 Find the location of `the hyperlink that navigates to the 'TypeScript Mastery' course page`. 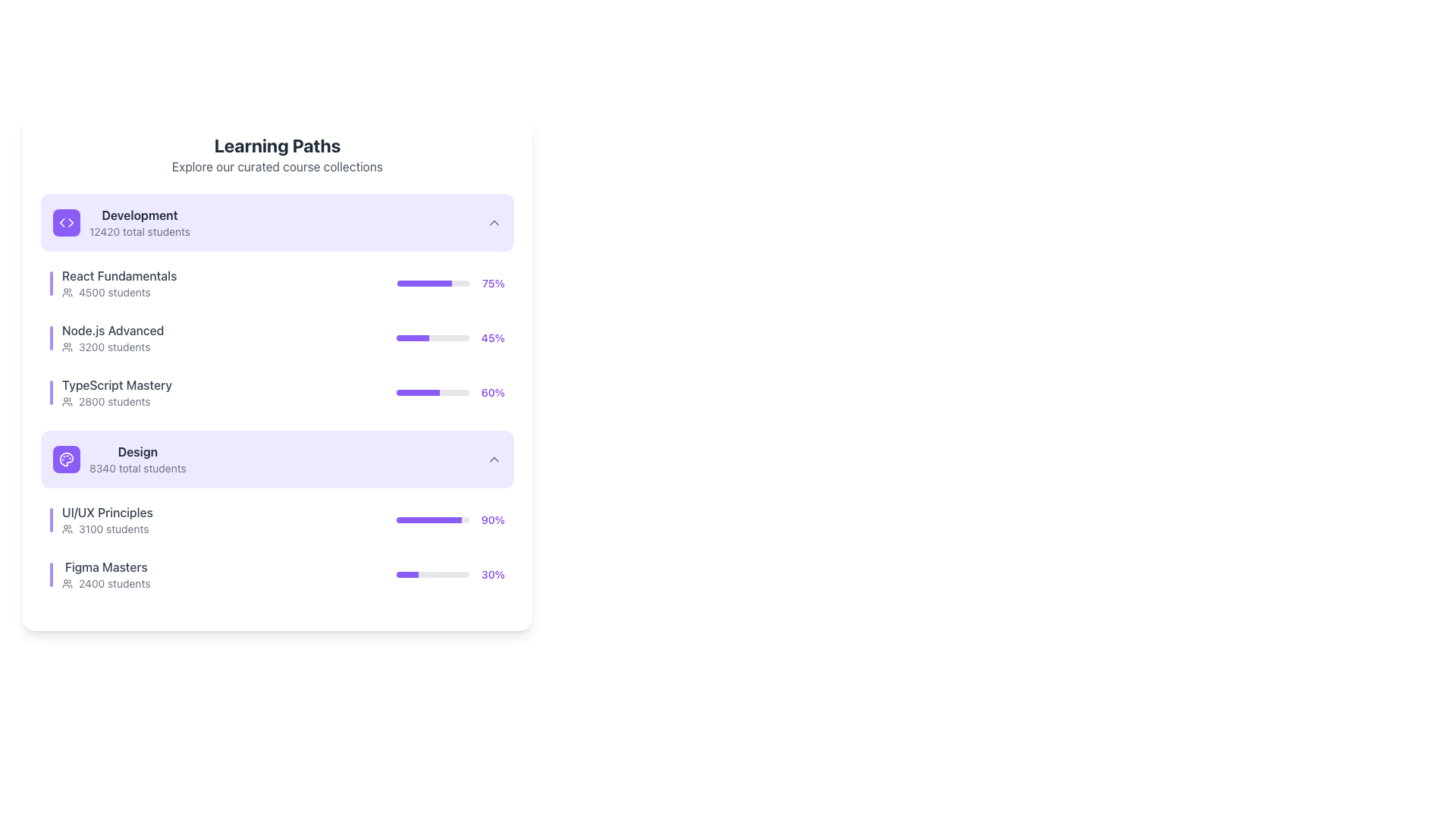

the hyperlink that navigates to the 'TypeScript Mastery' course page is located at coordinates (116, 384).